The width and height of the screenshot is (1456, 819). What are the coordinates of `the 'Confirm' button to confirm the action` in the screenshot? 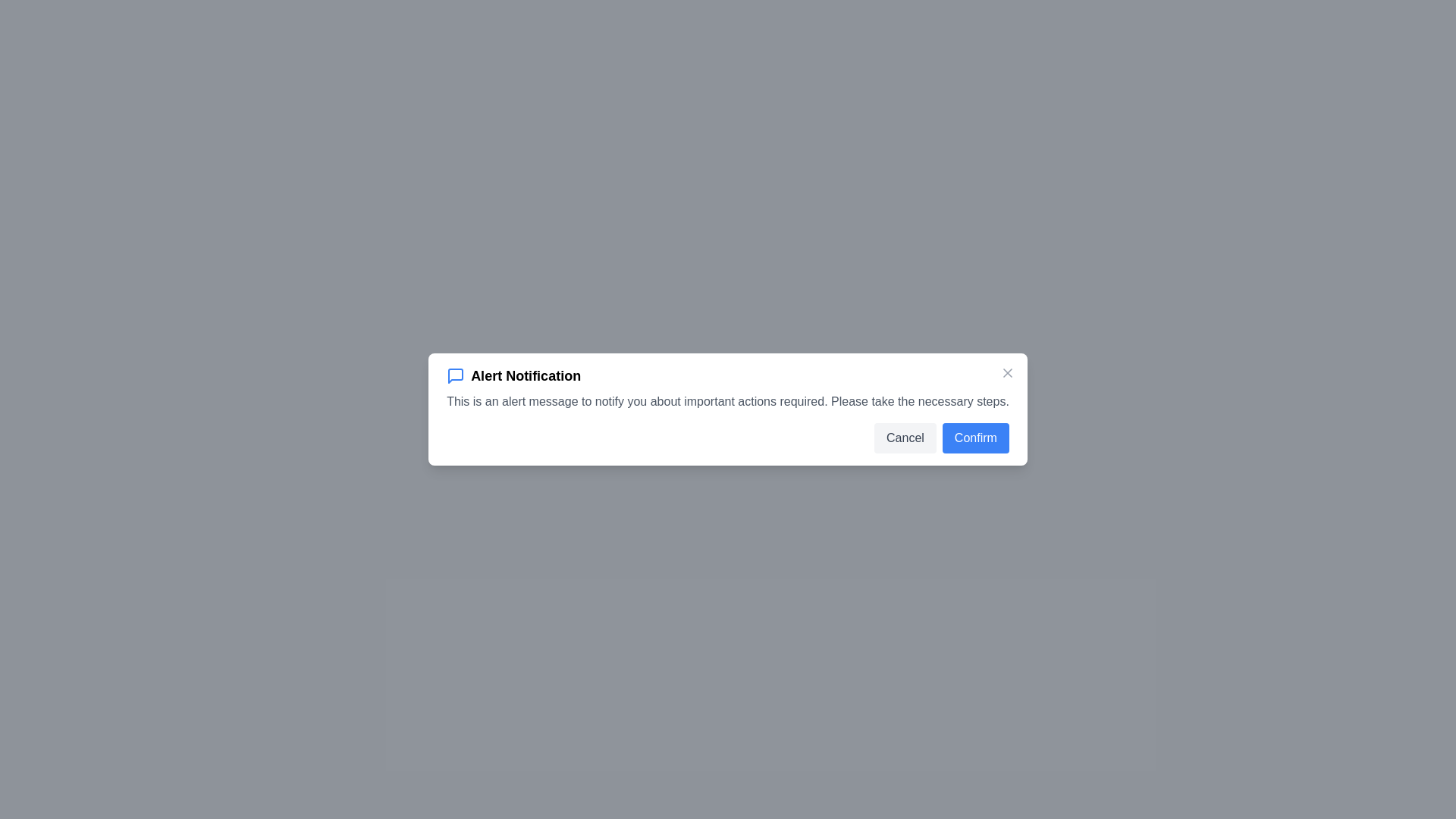 It's located at (975, 438).